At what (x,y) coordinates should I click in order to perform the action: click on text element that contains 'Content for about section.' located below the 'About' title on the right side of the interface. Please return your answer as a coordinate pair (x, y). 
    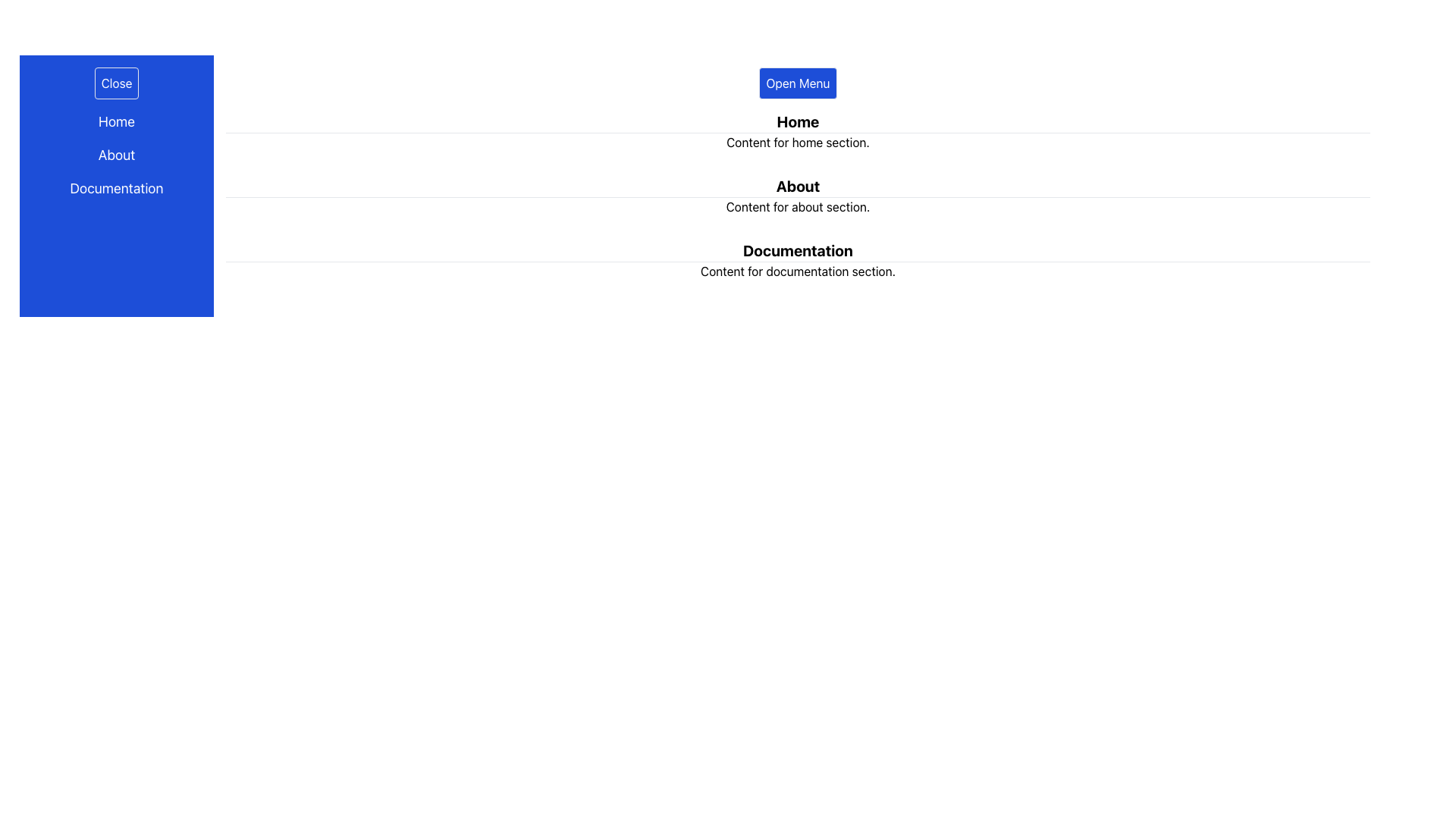
    Looking at the image, I should click on (797, 207).